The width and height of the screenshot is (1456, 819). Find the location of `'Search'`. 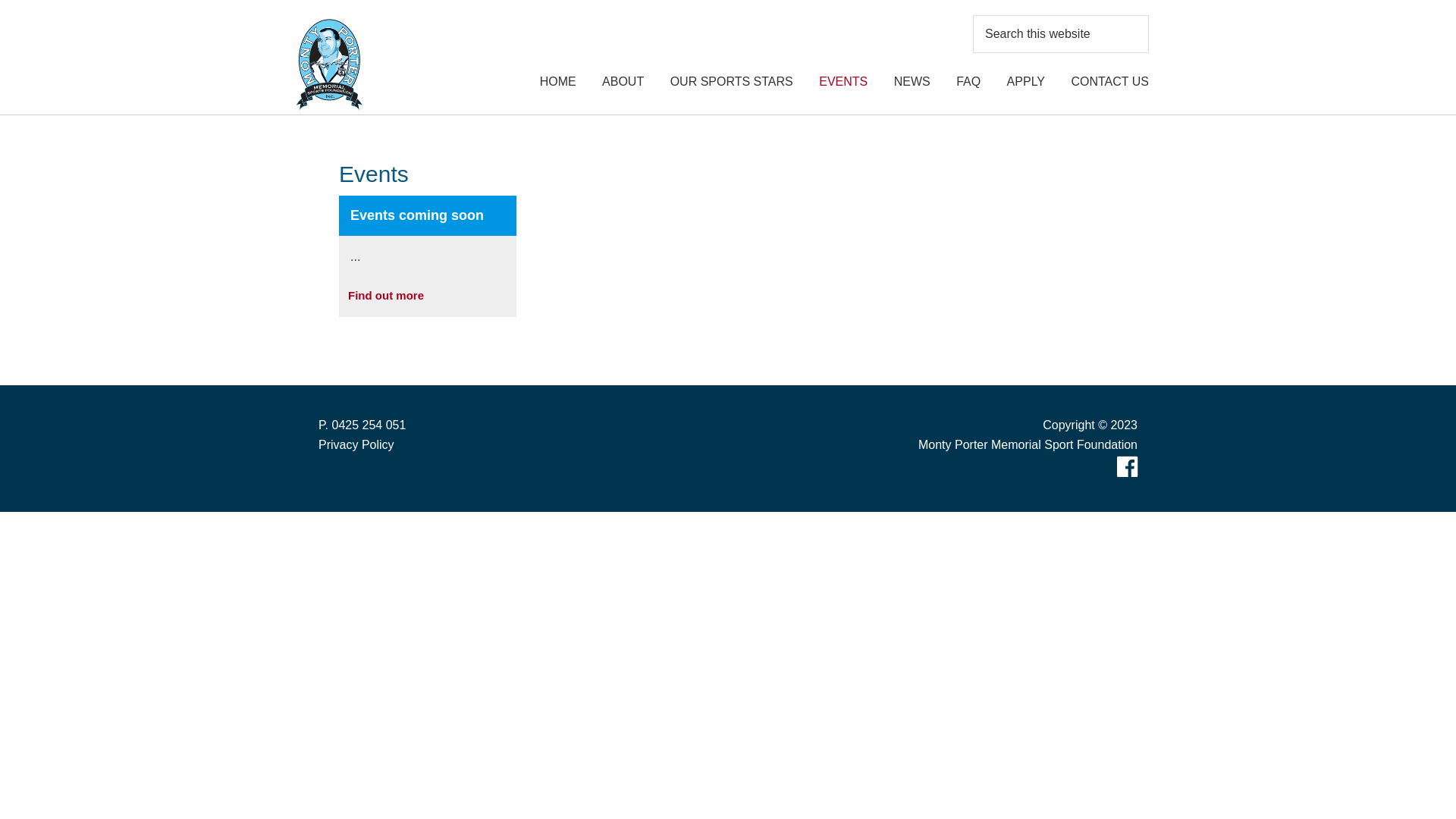

'Search' is located at coordinates (1148, 14).